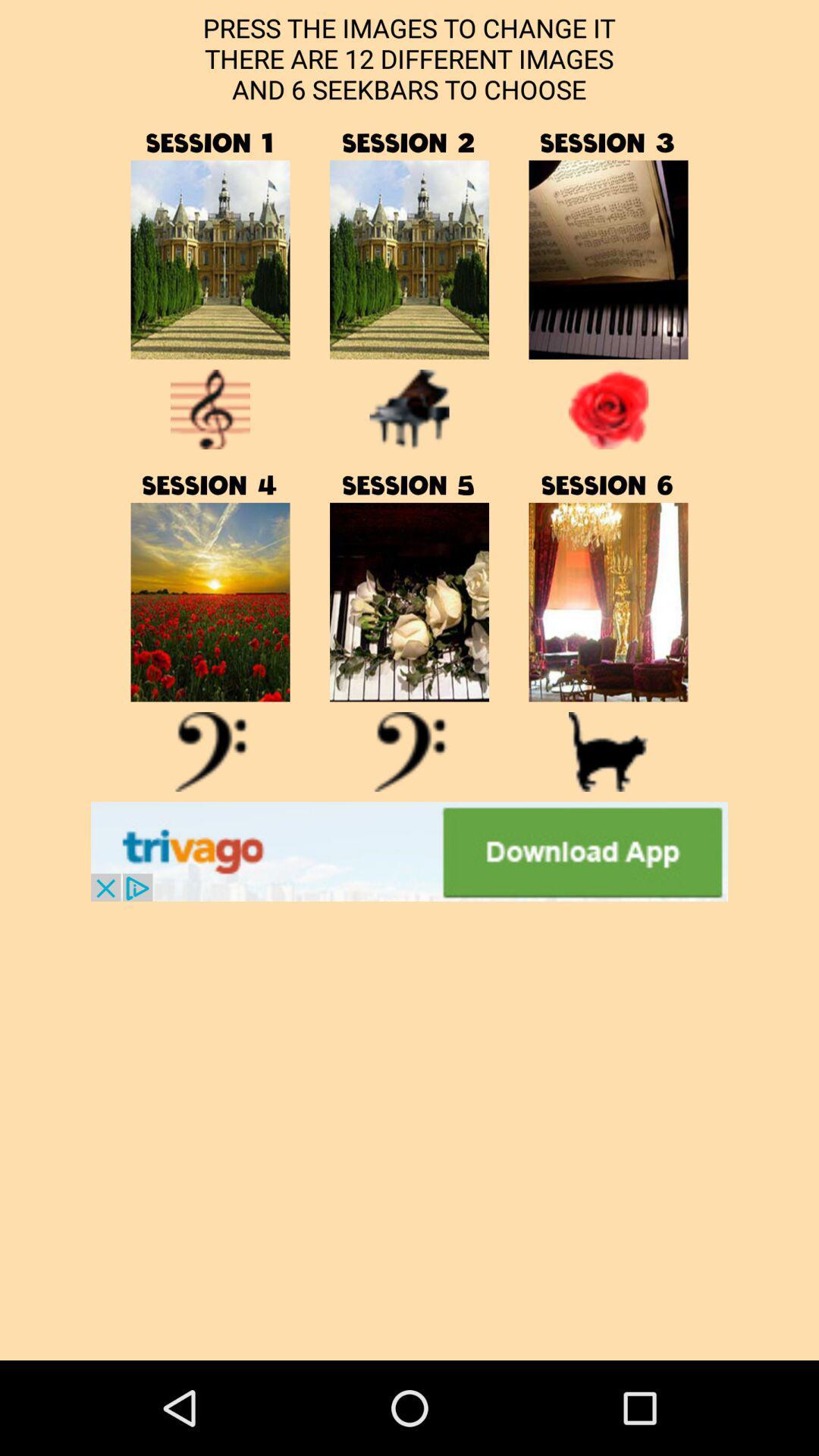 This screenshot has width=819, height=1456. I want to click on advertisement, so click(409, 852).